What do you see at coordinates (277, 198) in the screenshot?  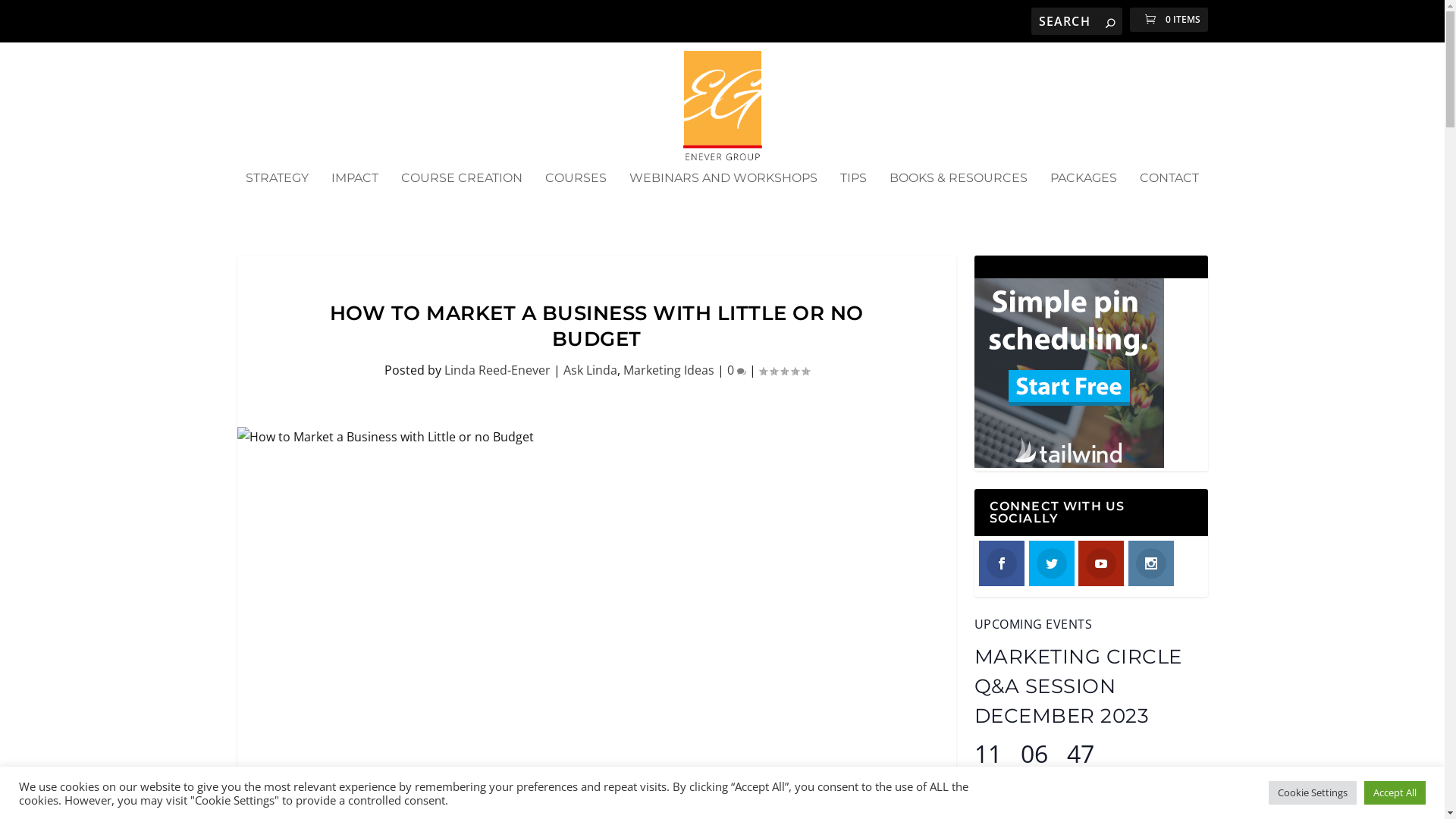 I see `'STRATEGY'` at bounding box center [277, 198].